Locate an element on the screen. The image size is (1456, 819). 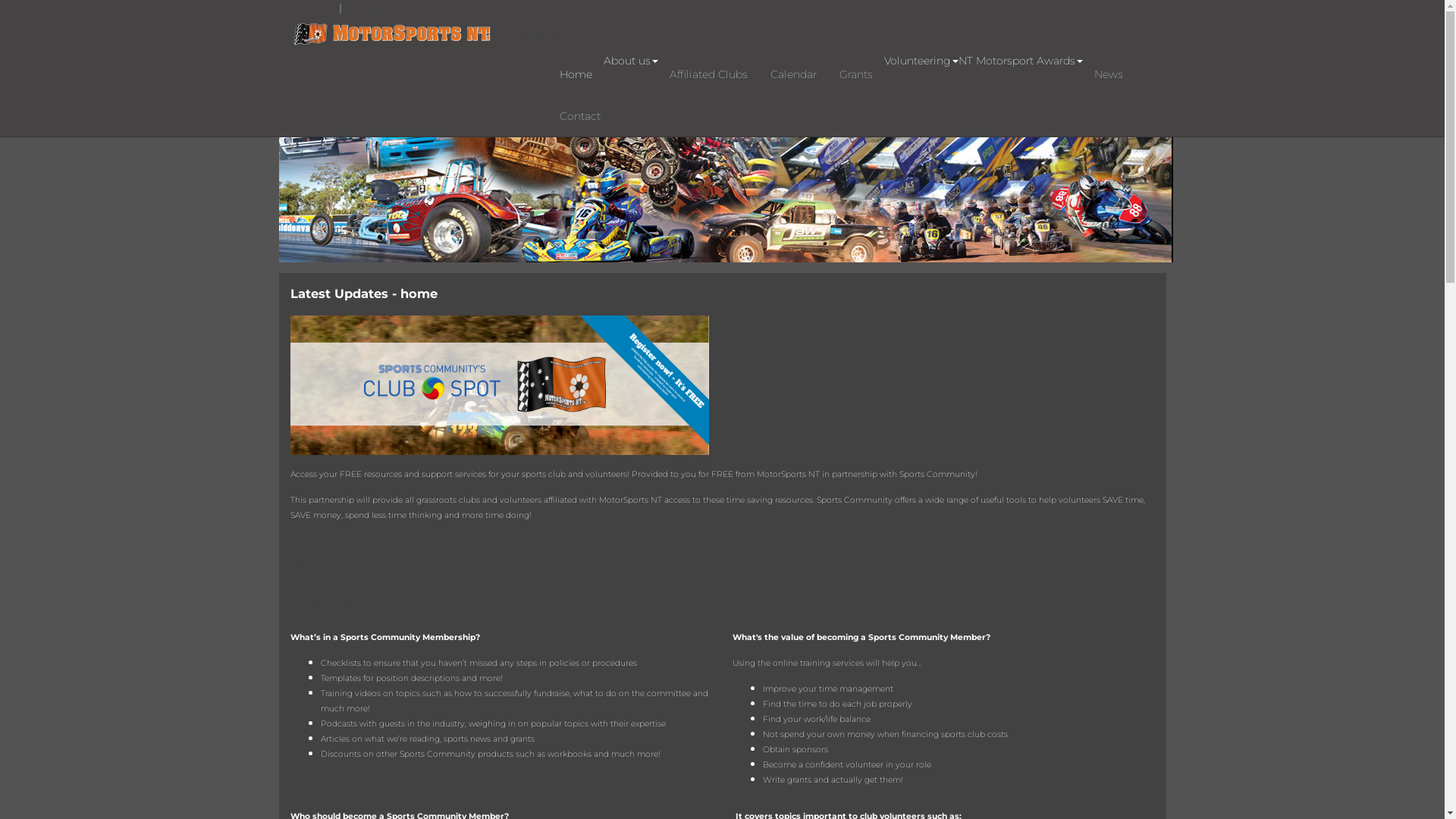
'08  89472733' is located at coordinates (378, 8).